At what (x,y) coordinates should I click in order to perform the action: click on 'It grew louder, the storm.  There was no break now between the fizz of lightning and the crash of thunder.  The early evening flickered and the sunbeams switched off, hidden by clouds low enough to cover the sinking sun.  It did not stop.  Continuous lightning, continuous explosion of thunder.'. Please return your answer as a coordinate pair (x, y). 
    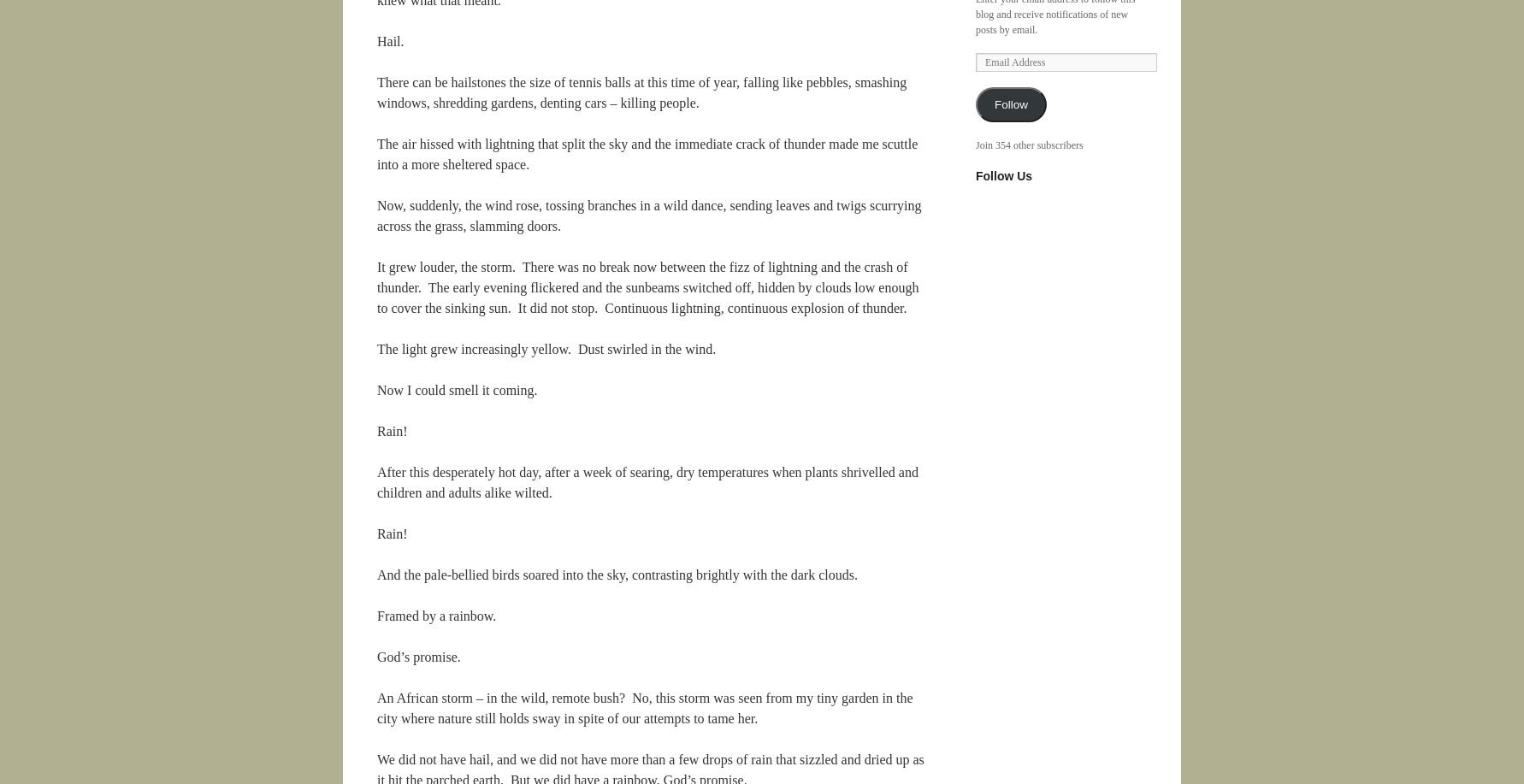
    Looking at the image, I should click on (647, 286).